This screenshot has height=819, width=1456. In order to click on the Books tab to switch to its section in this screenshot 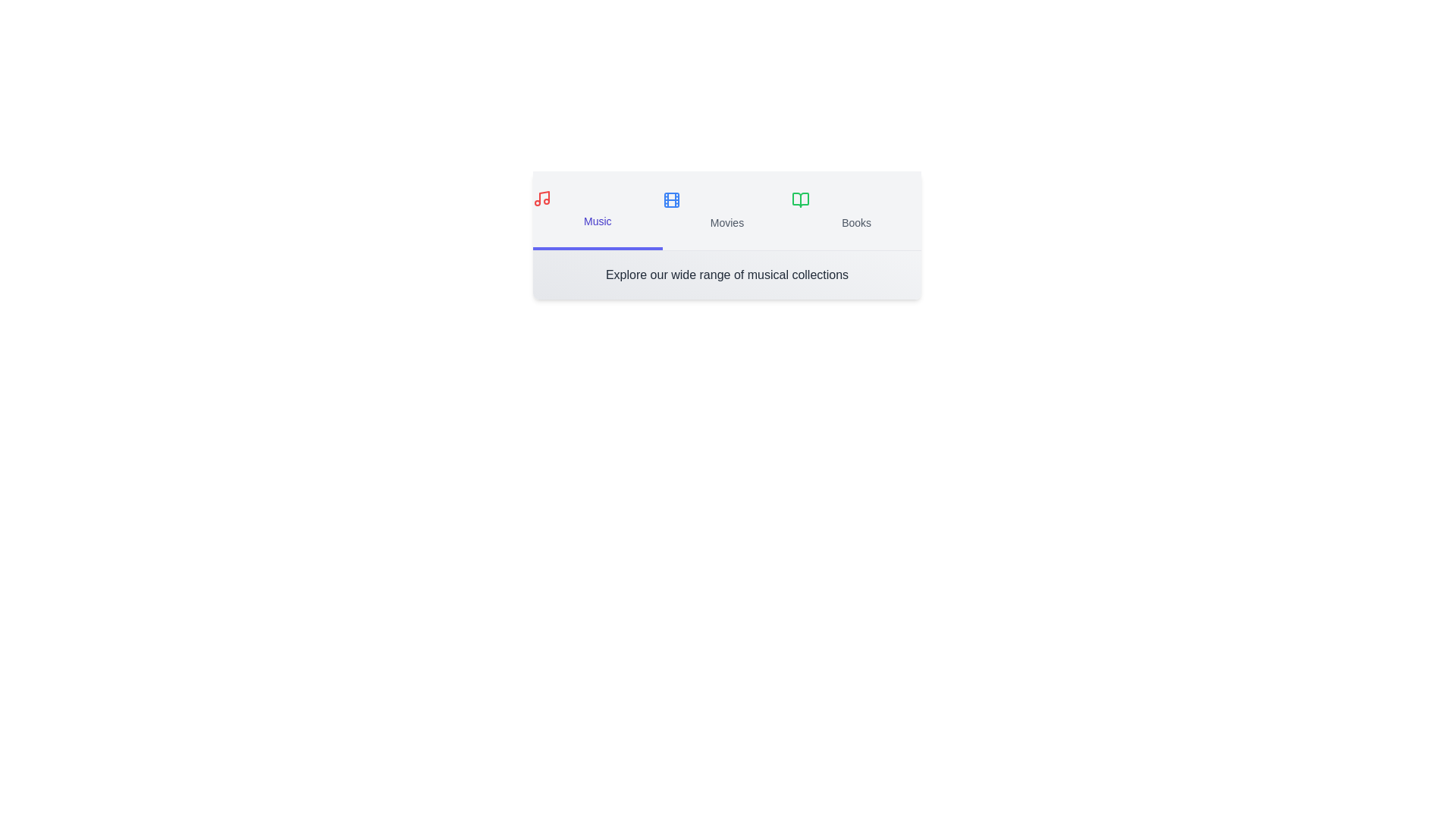, I will do `click(856, 210)`.